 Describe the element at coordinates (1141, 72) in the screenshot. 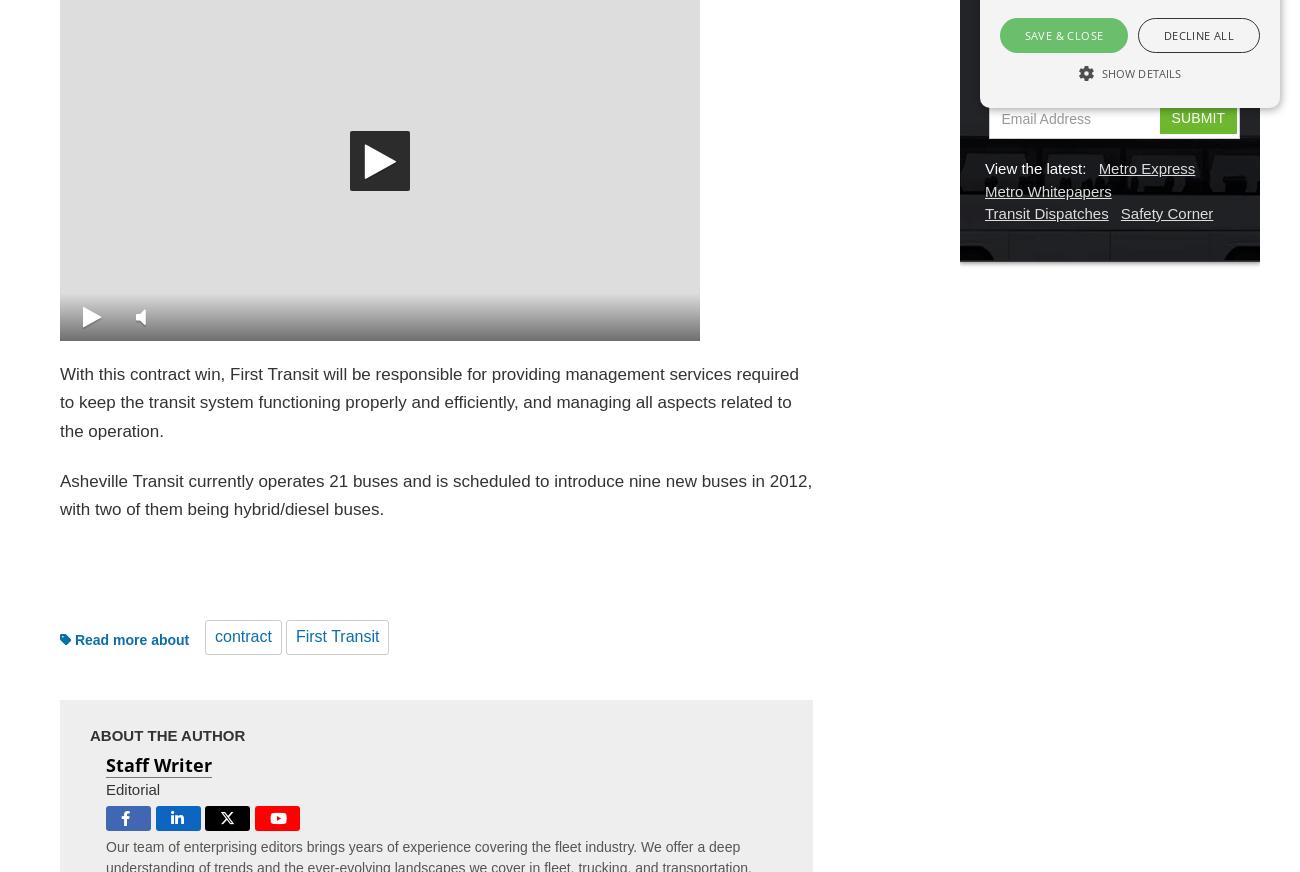

I see `'Show details'` at that location.